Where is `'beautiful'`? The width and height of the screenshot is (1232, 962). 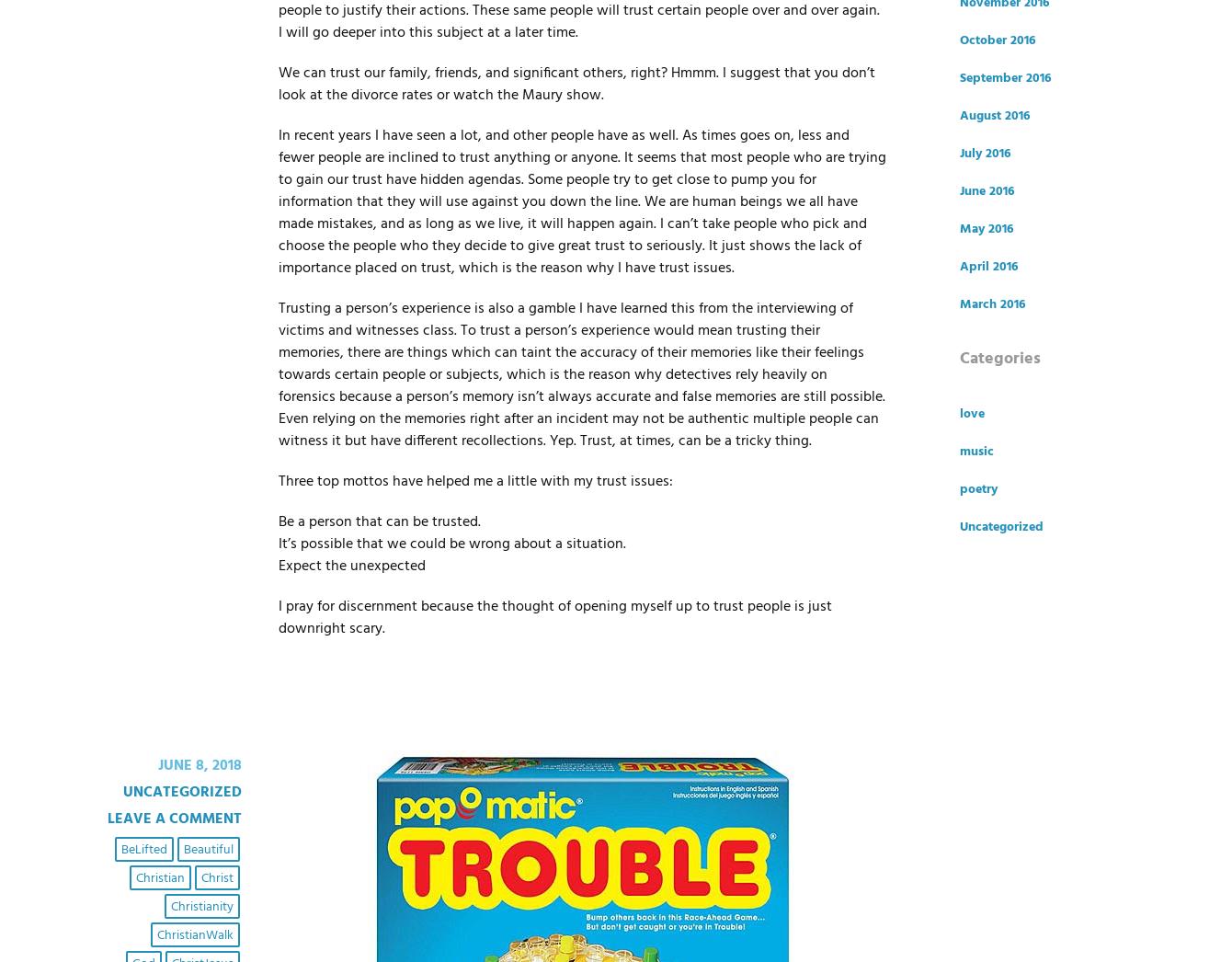 'beautiful' is located at coordinates (207, 849).